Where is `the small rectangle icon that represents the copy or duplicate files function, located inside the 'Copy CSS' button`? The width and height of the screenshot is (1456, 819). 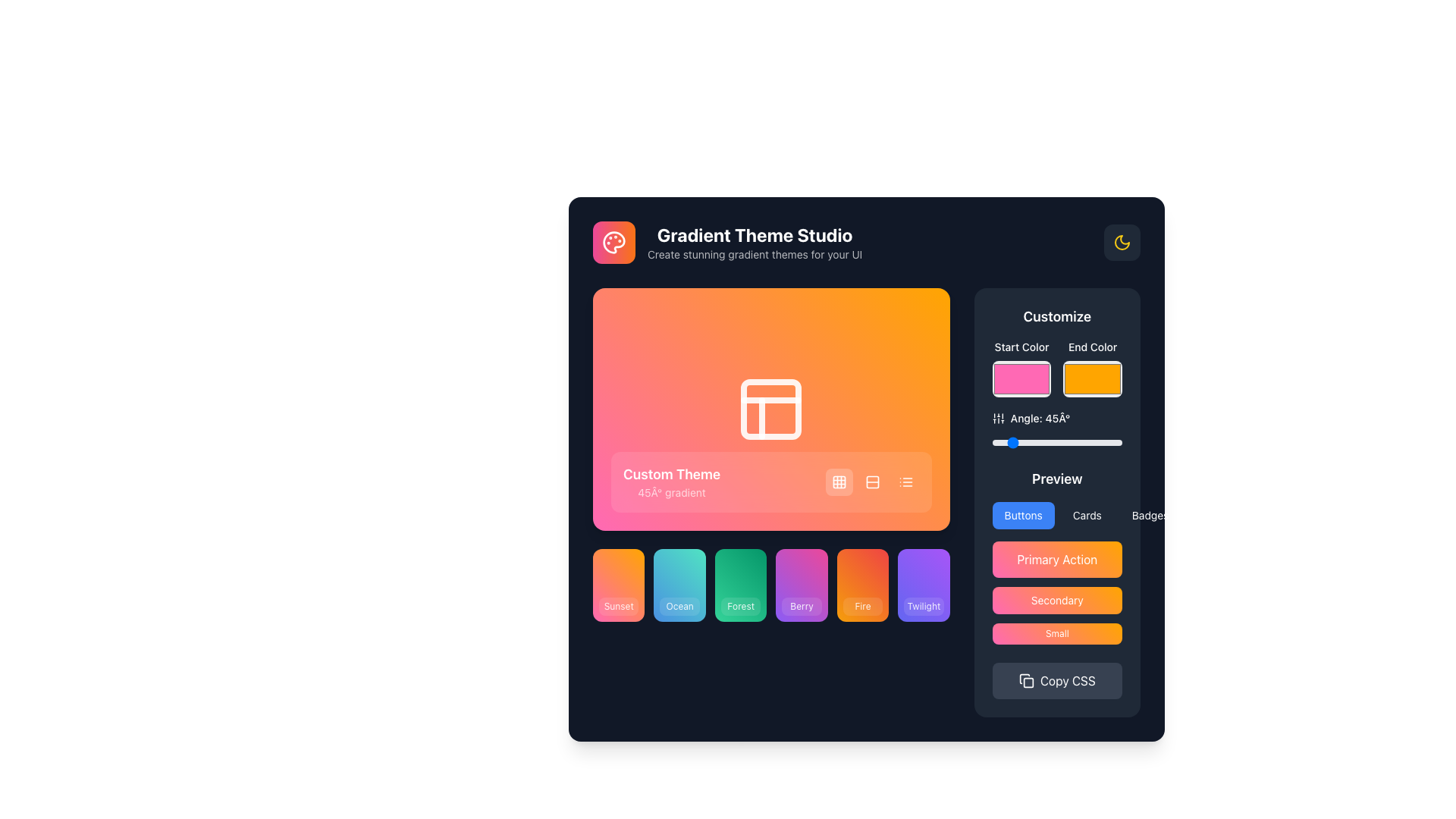 the small rectangle icon that represents the copy or duplicate files function, located inside the 'Copy CSS' button is located at coordinates (1028, 682).